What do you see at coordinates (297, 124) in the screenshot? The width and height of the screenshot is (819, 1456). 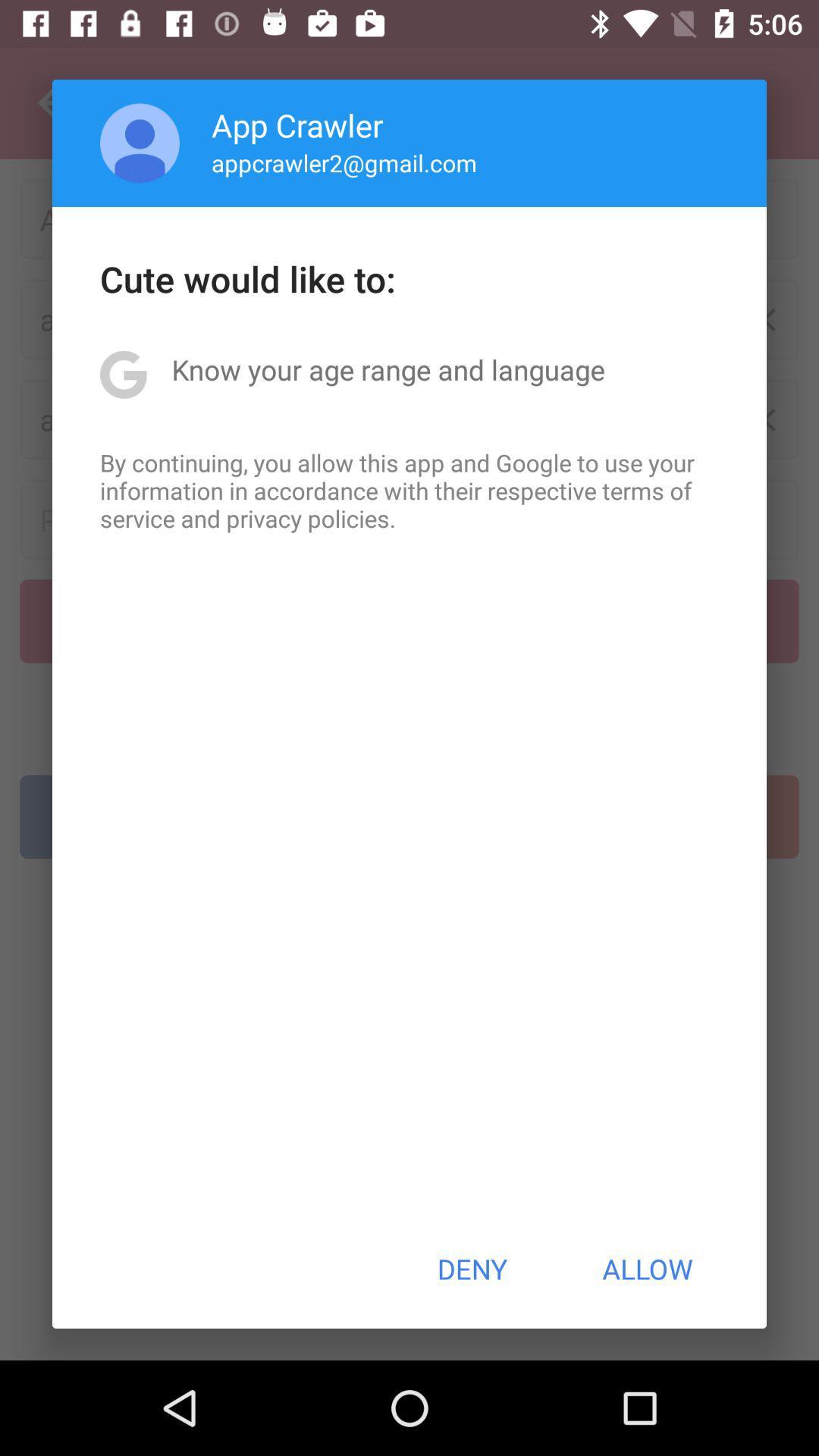 I see `app crawler app` at bounding box center [297, 124].